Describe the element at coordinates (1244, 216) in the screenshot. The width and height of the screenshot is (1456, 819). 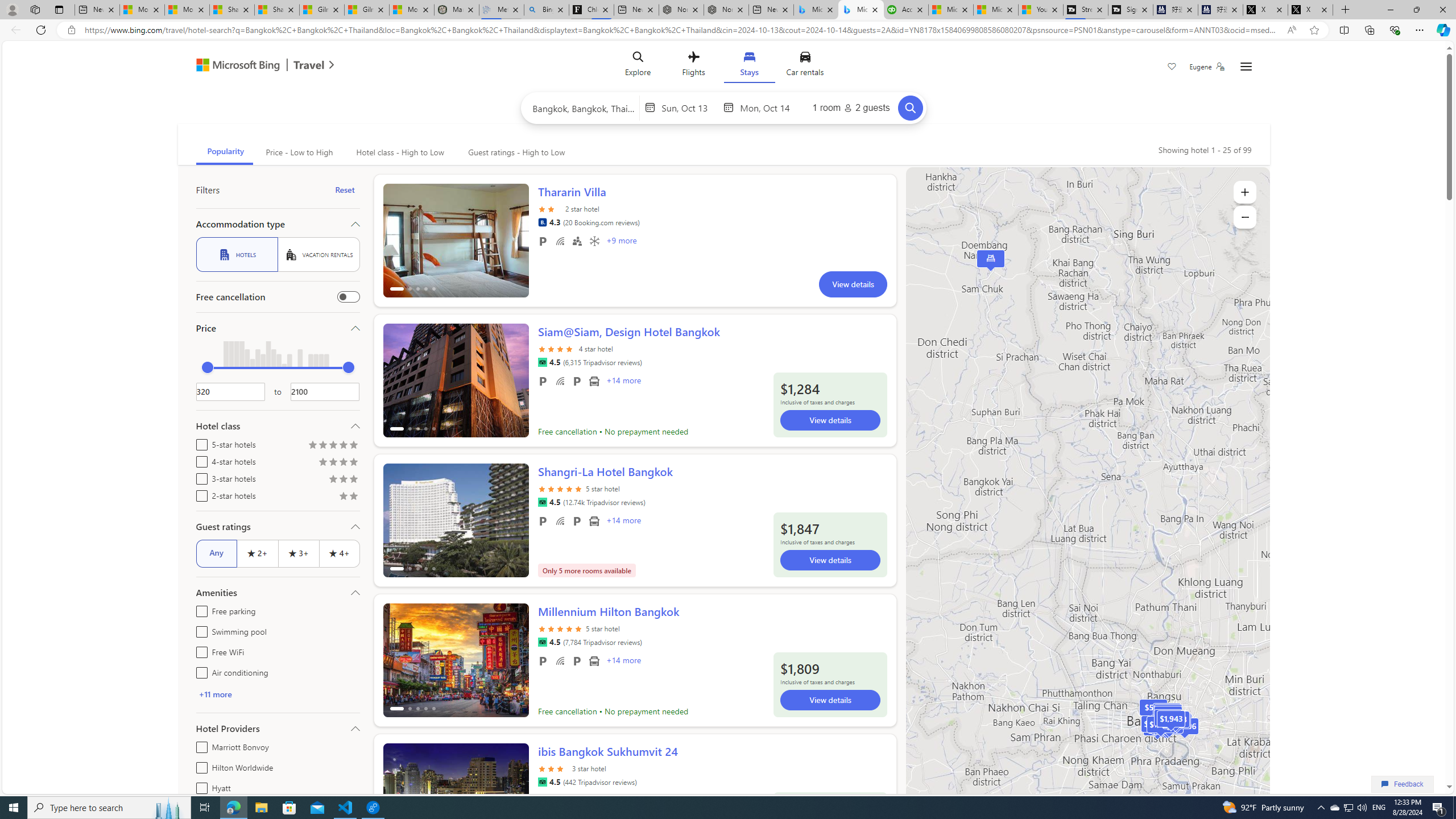
I see `'Zoom out'` at that location.